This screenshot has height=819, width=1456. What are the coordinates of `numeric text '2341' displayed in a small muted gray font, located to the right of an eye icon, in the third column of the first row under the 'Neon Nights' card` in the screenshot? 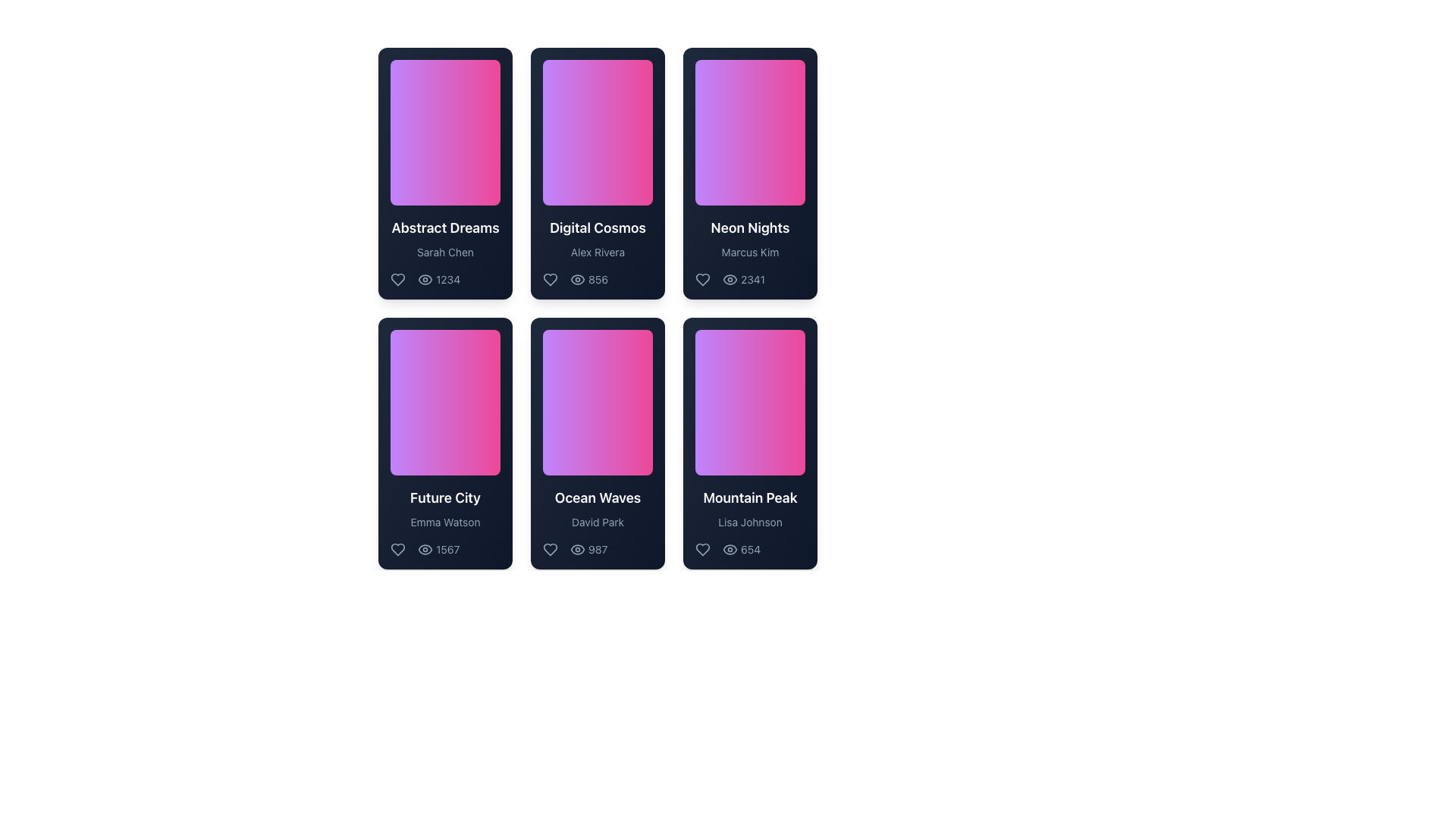 It's located at (753, 280).